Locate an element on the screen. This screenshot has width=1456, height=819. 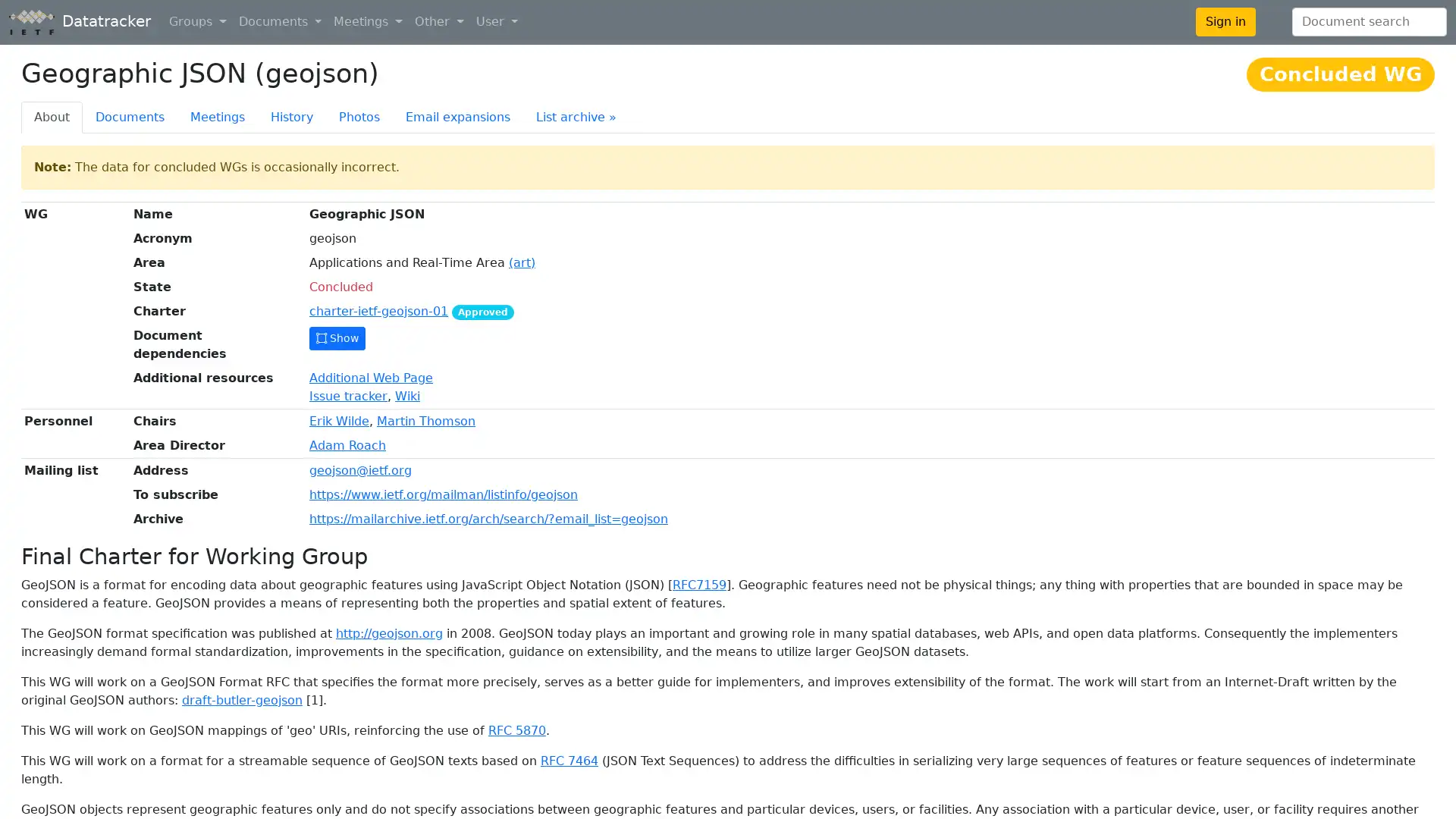
Other is located at coordinates (438, 22).